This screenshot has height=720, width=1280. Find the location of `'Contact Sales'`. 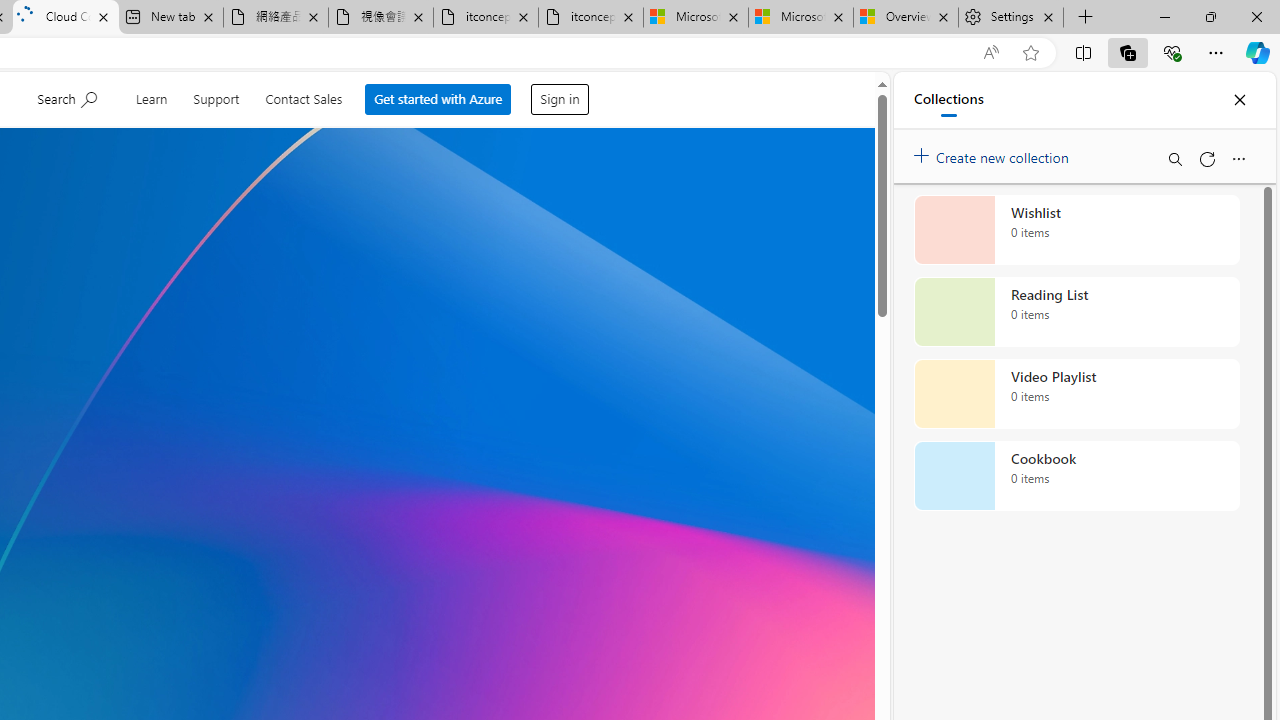

'Contact Sales' is located at coordinates (305, 96).